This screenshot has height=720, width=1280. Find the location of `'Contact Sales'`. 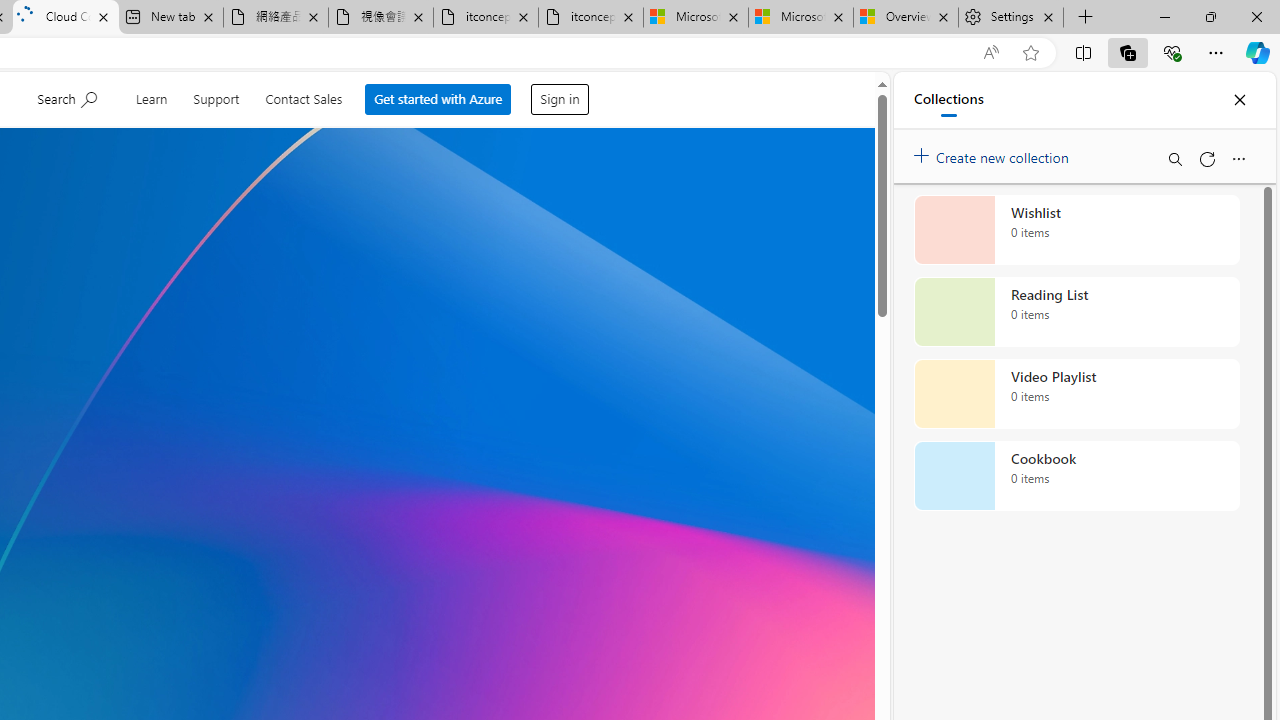

'Contact Sales' is located at coordinates (305, 96).